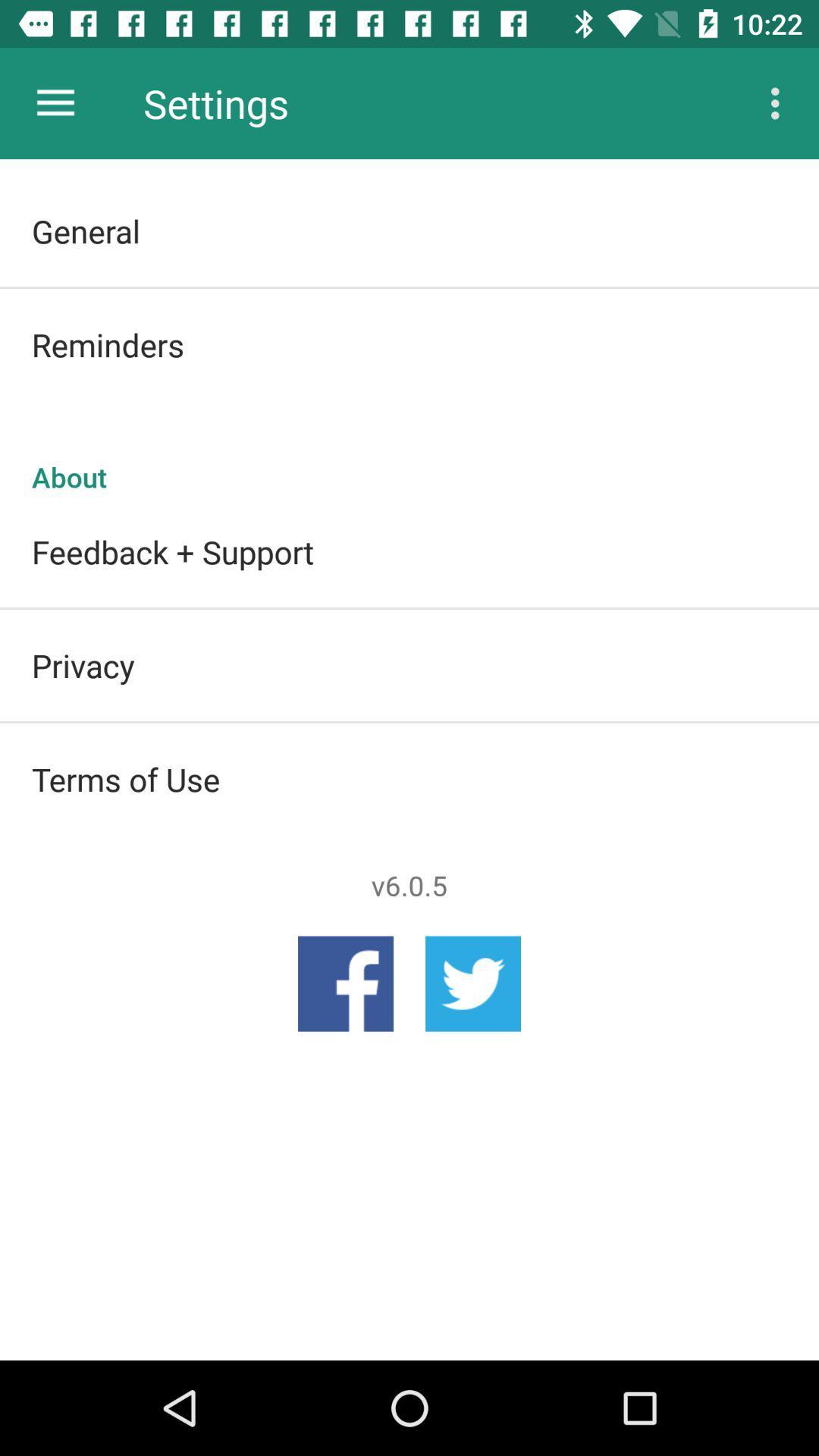 Image resolution: width=819 pixels, height=1456 pixels. Describe the element at coordinates (55, 102) in the screenshot. I see `icon above the general item` at that location.